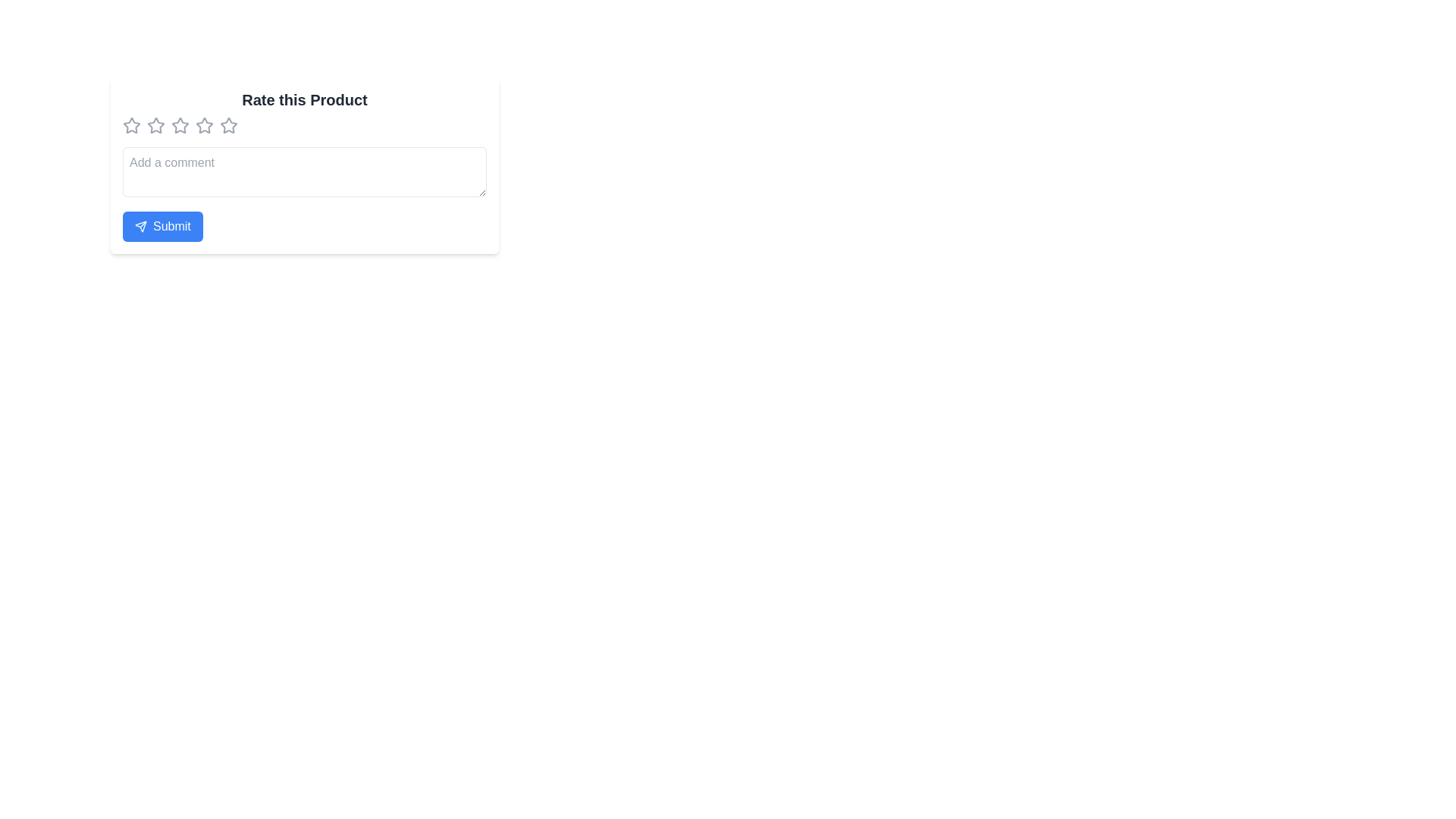  Describe the element at coordinates (228, 124) in the screenshot. I see `the fifth star icon in the rating component` at that location.